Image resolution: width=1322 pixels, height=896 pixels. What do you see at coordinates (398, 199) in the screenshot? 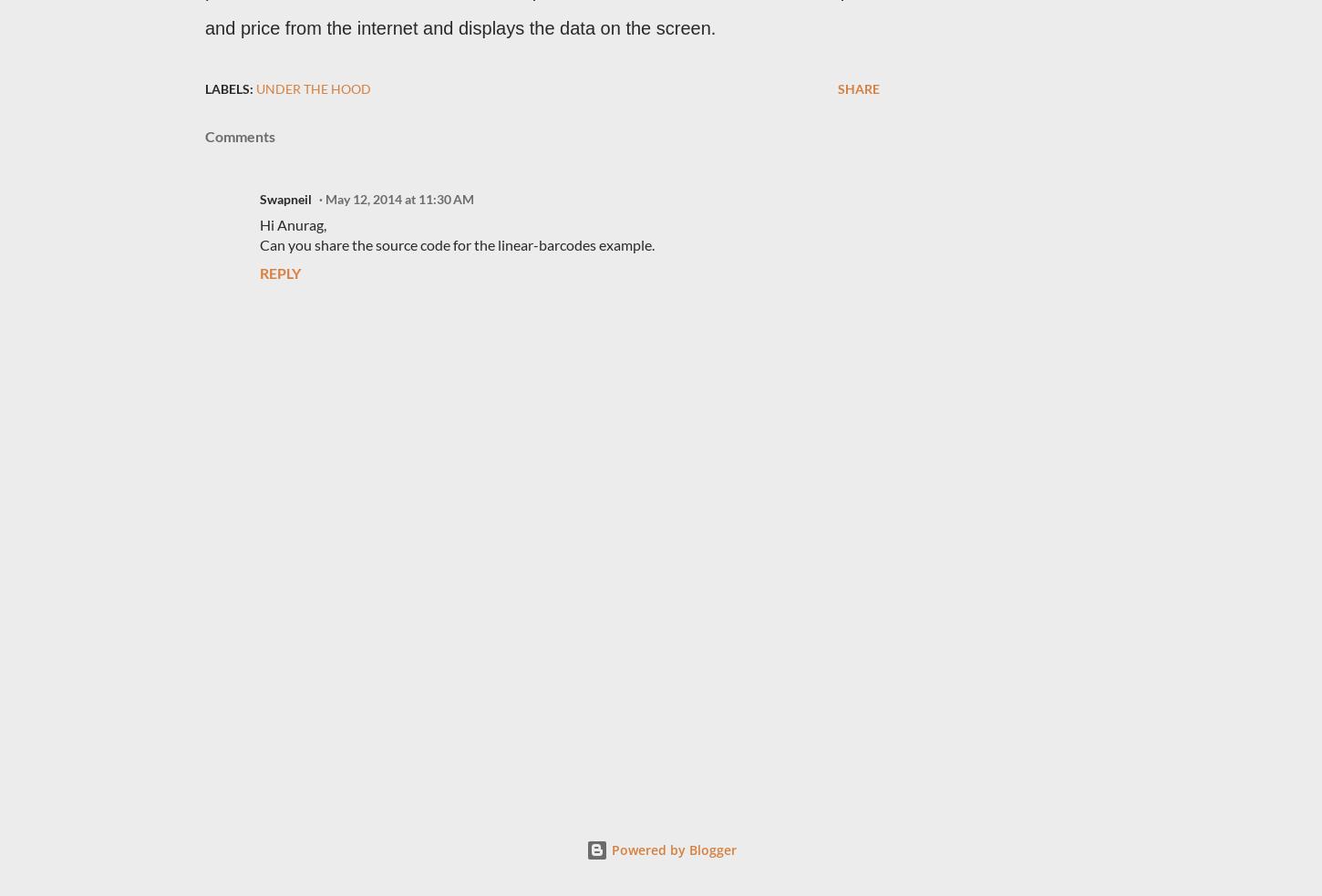
I see `'May 12, 2014 at 11:30 AM'` at bounding box center [398, 199].